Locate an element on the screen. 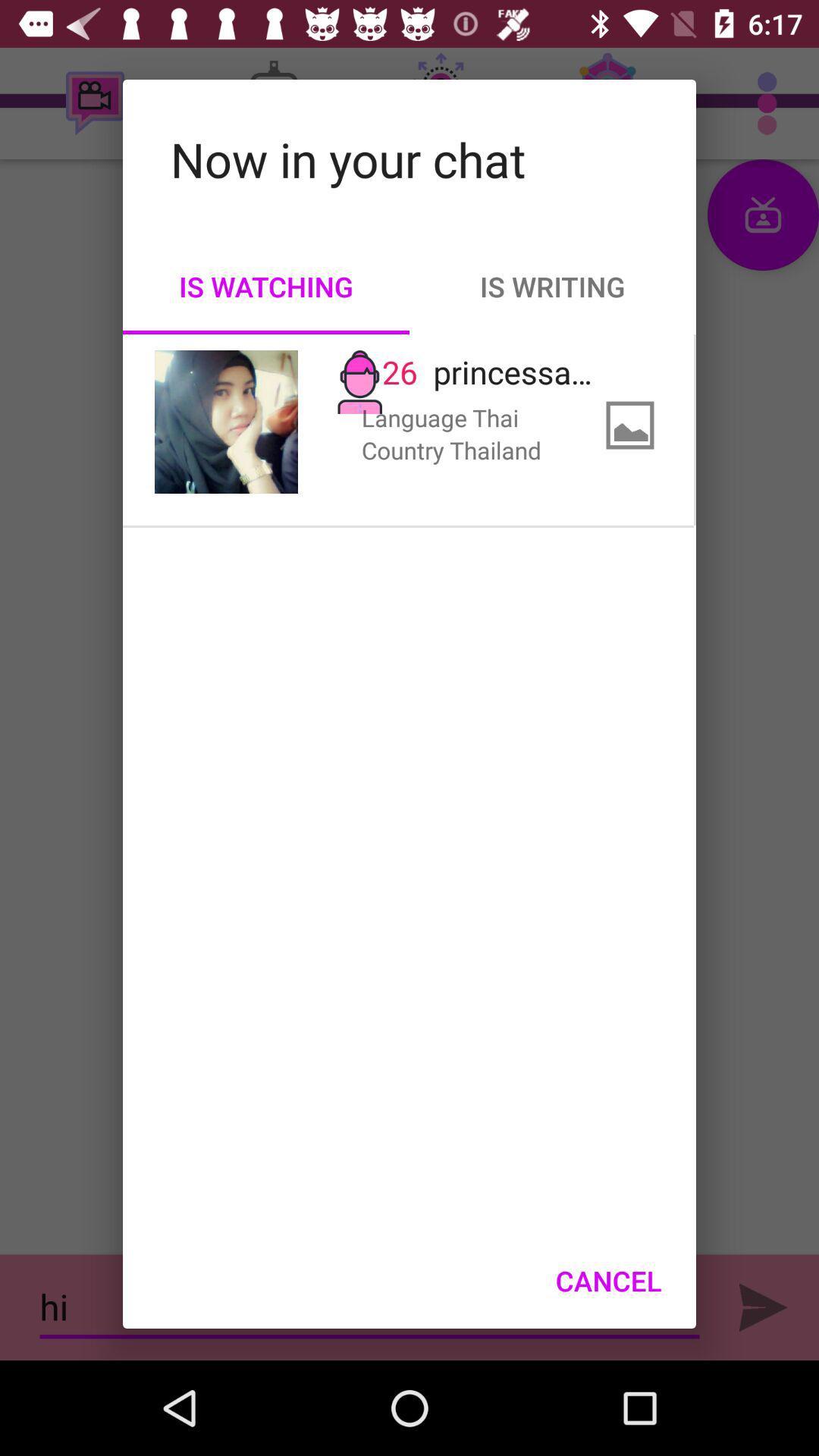 Image resolution: width=819 pixels, height=1456 pixels. profile is located at coordinates (226, 422).